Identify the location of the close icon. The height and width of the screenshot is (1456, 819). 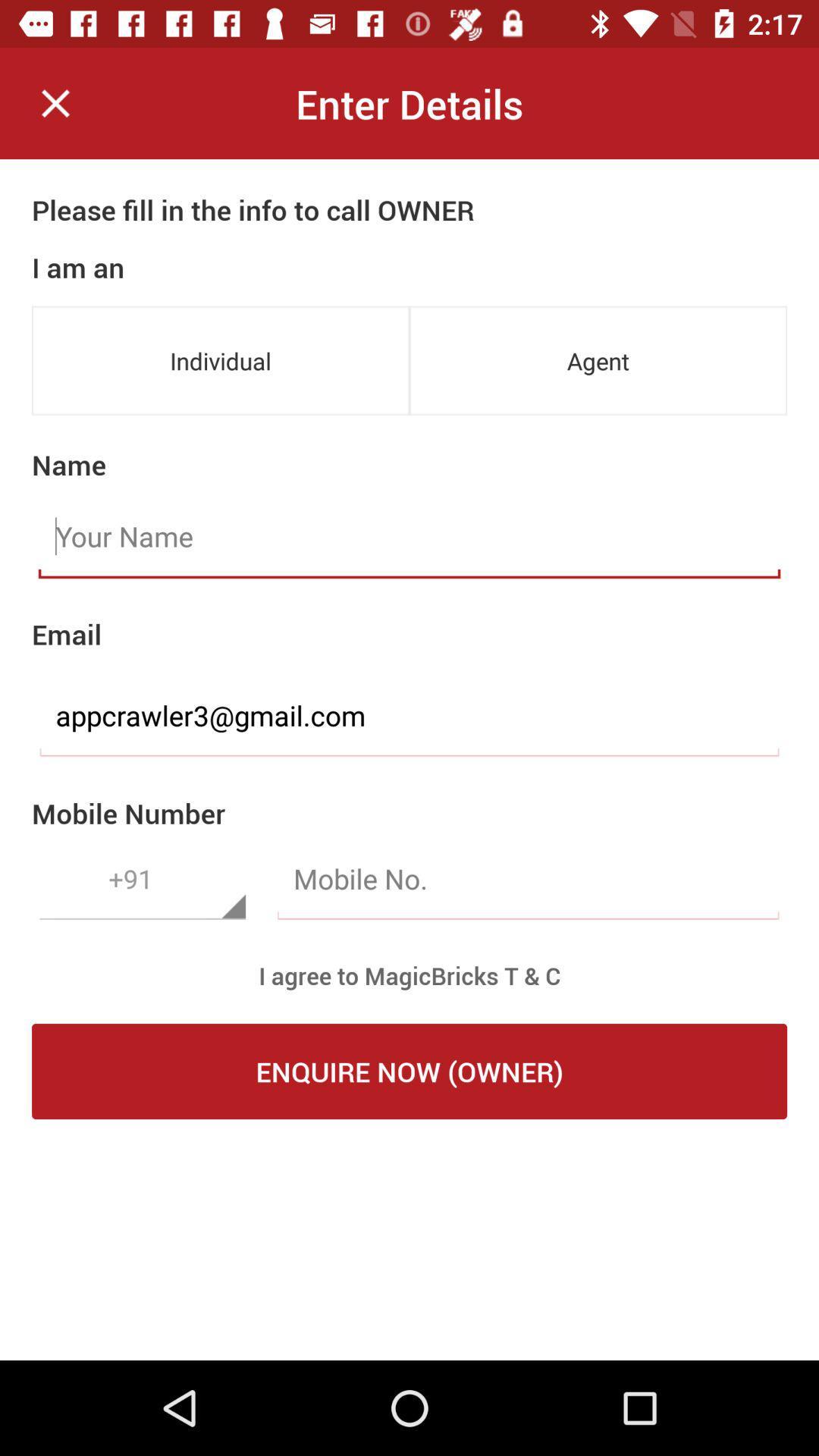
(55, 110).